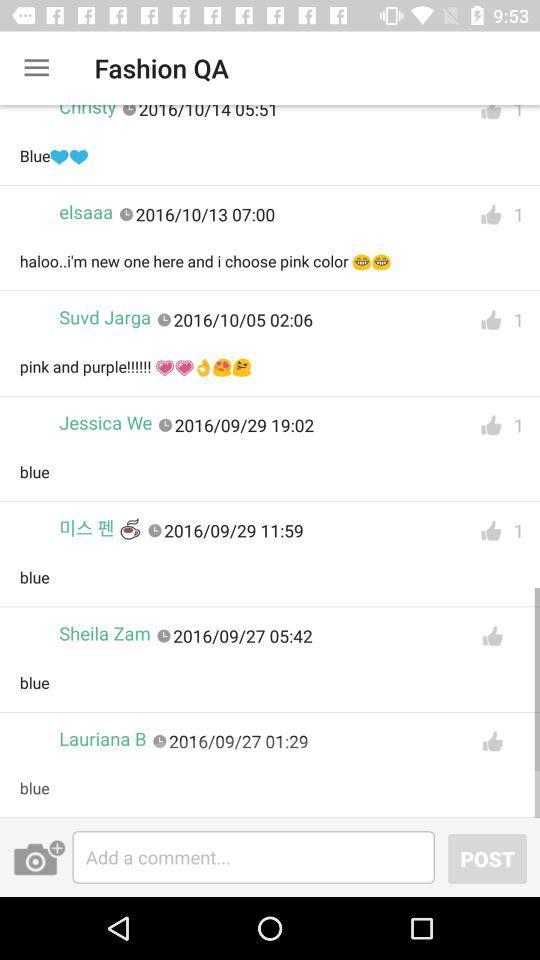 Image resolution: width=540 pixels, height=960 pixels. Describe the element at coordinates (490, 215) in the screenshot. I see `like comment` at that location.